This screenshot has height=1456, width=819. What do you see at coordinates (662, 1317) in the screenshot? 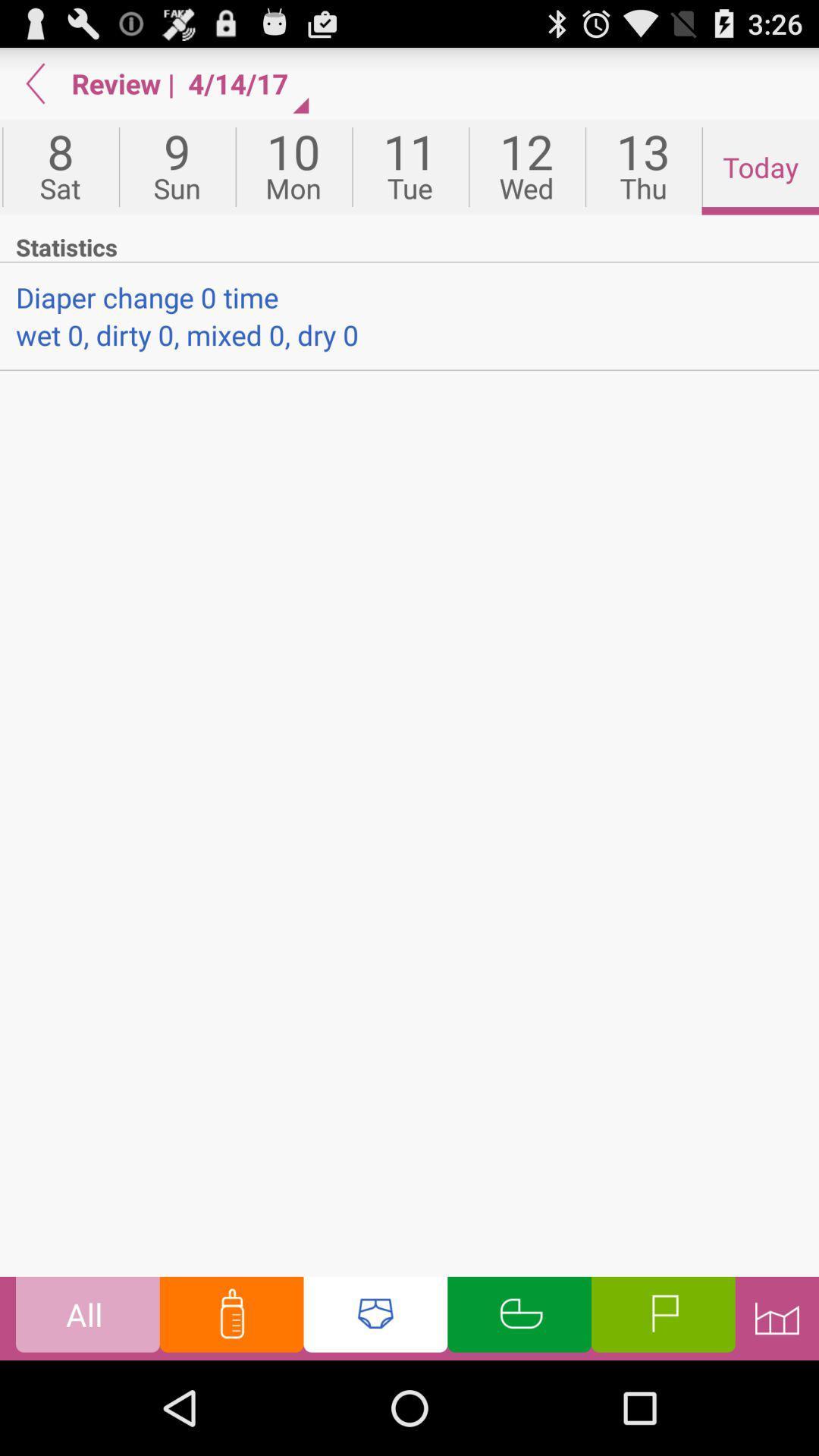
I see `flag option` at bounding box center [662, 1317].